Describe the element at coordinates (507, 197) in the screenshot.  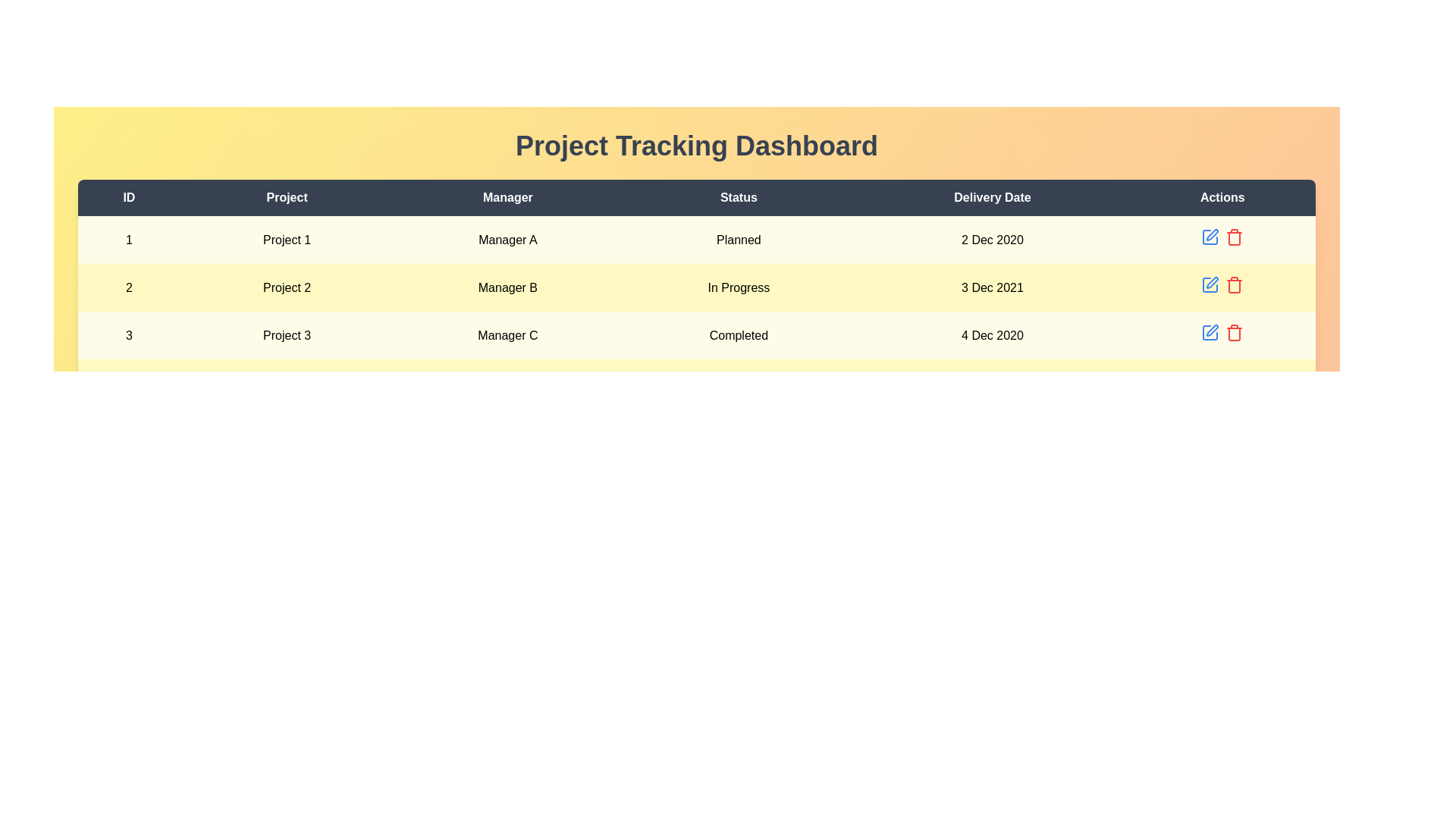
I see `the column header Manager to sort the projects` at that location.